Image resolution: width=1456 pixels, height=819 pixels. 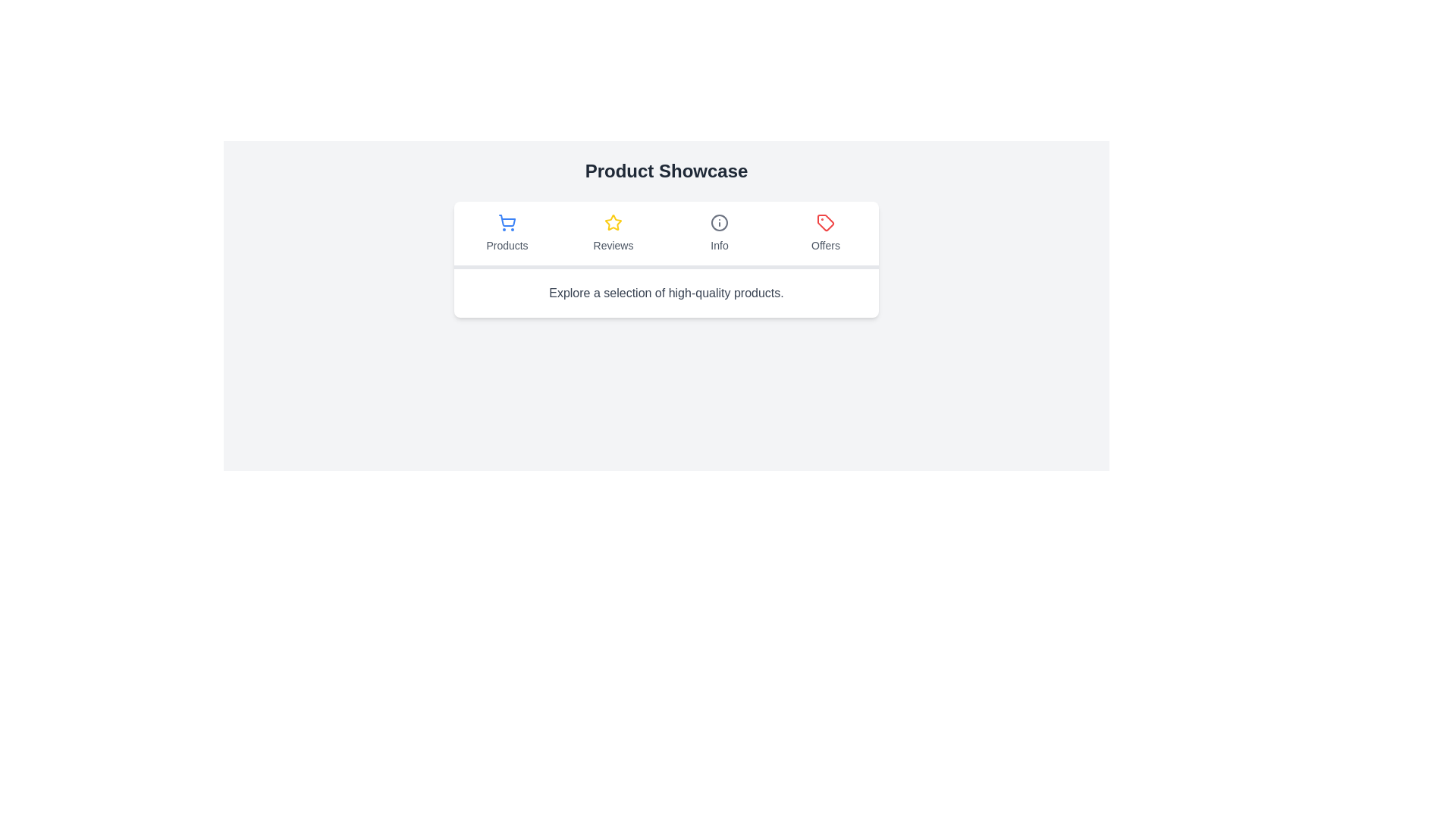 I want to click on text content of the 'Reviews' tab label, which is centrally located below the star icon and aligned with other tab titles, so click(x=613, y=245).